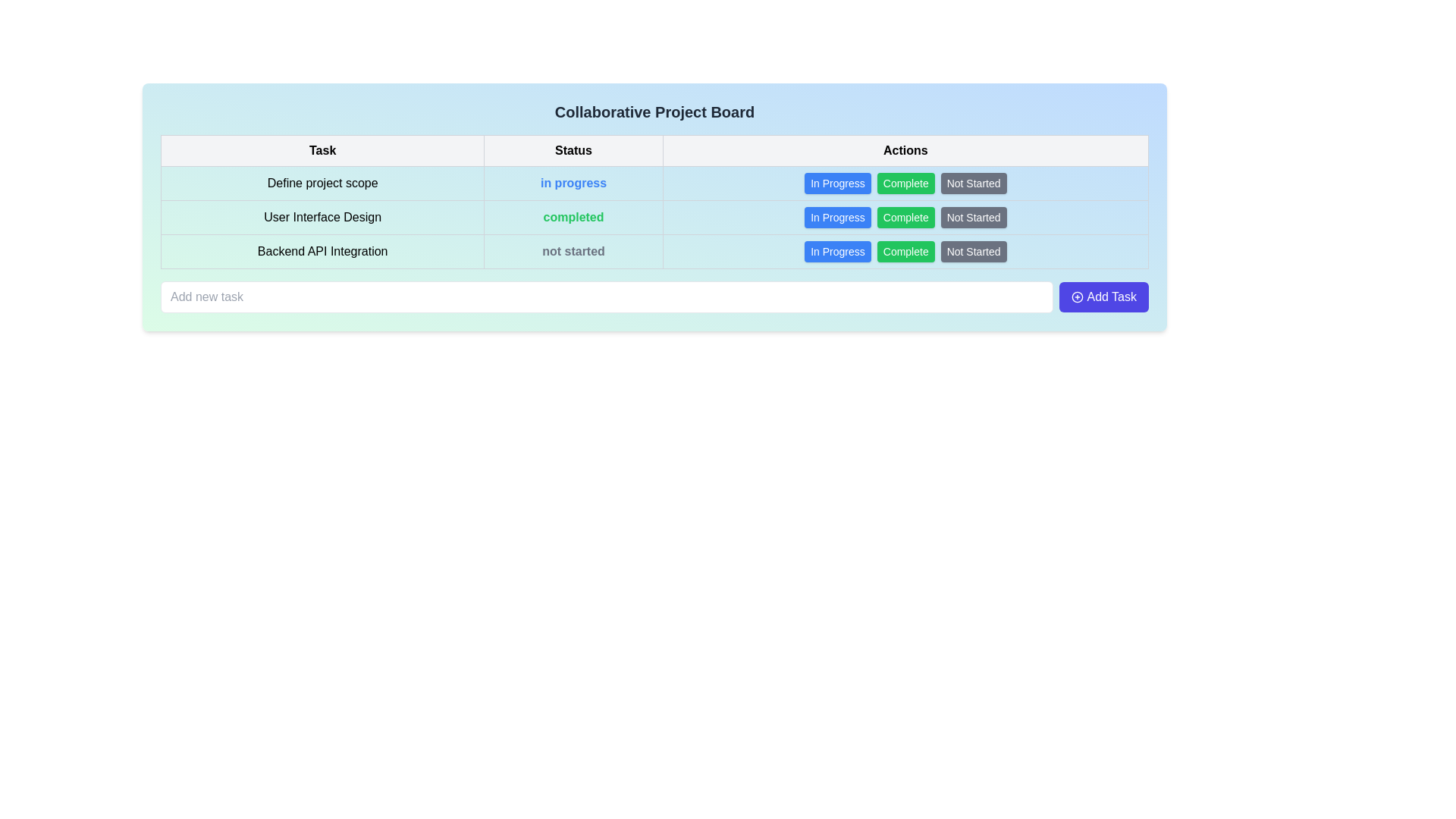  I want to click on the button labeled 'In Progress' with a light blue background and rounded corners, located in the 'Actions' column of the completed task row, so click(836, 217).